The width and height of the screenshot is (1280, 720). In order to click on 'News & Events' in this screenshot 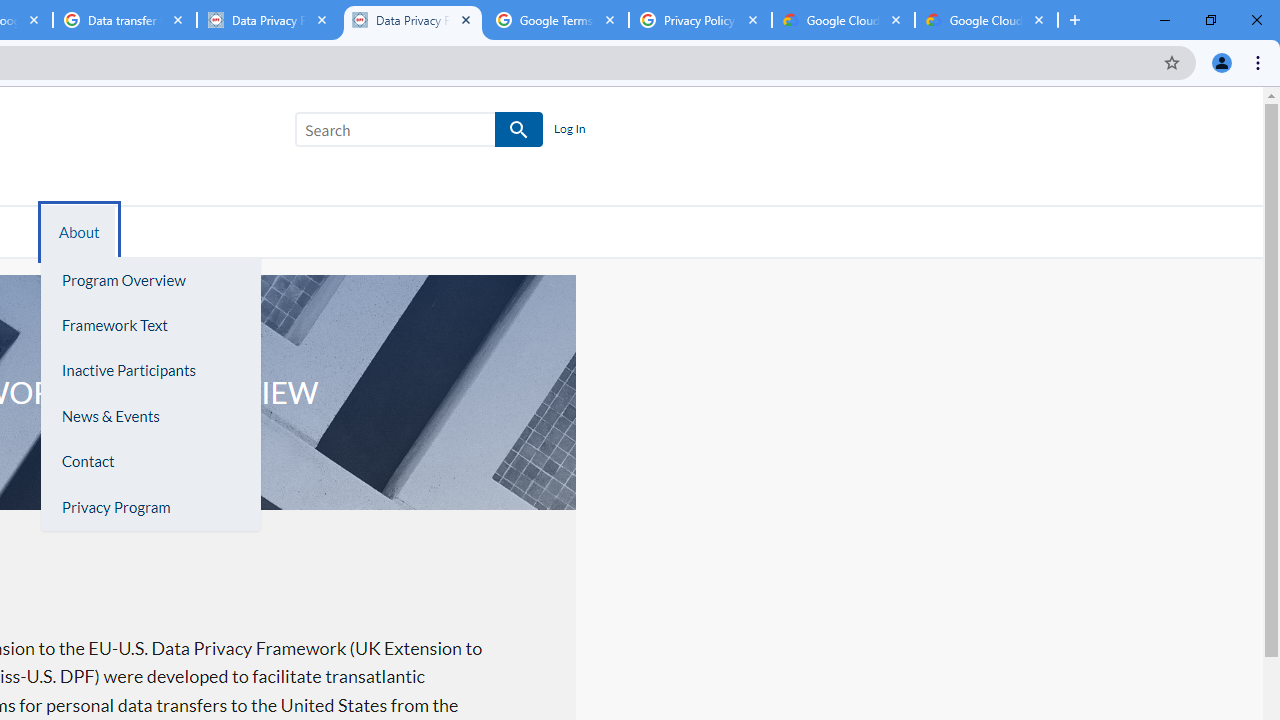, I will do `click(149, 415)`.